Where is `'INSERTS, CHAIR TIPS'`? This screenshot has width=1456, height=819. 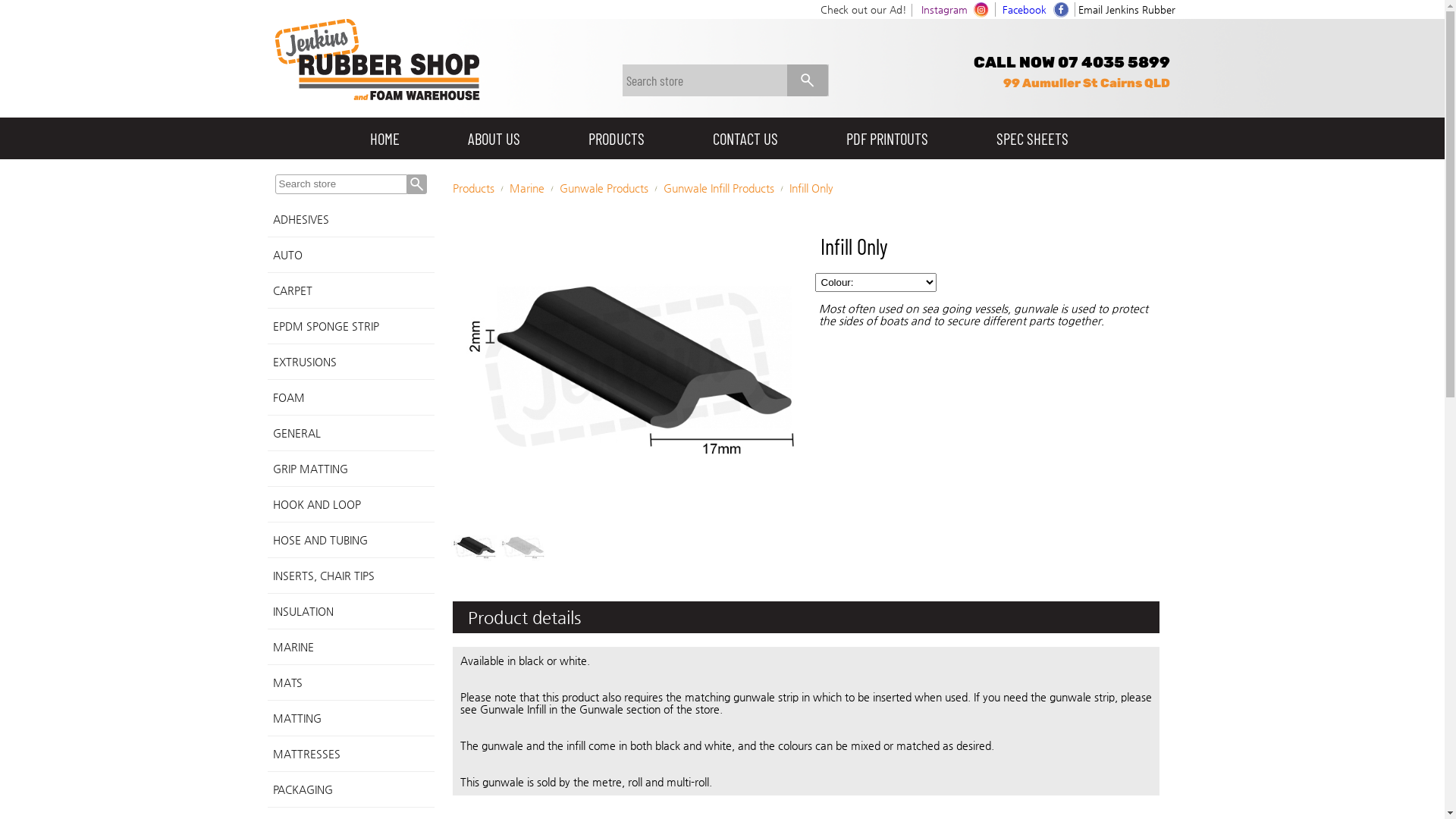 'INSERTS, CHAIR TIPS' is located at coordinates (349, 576).